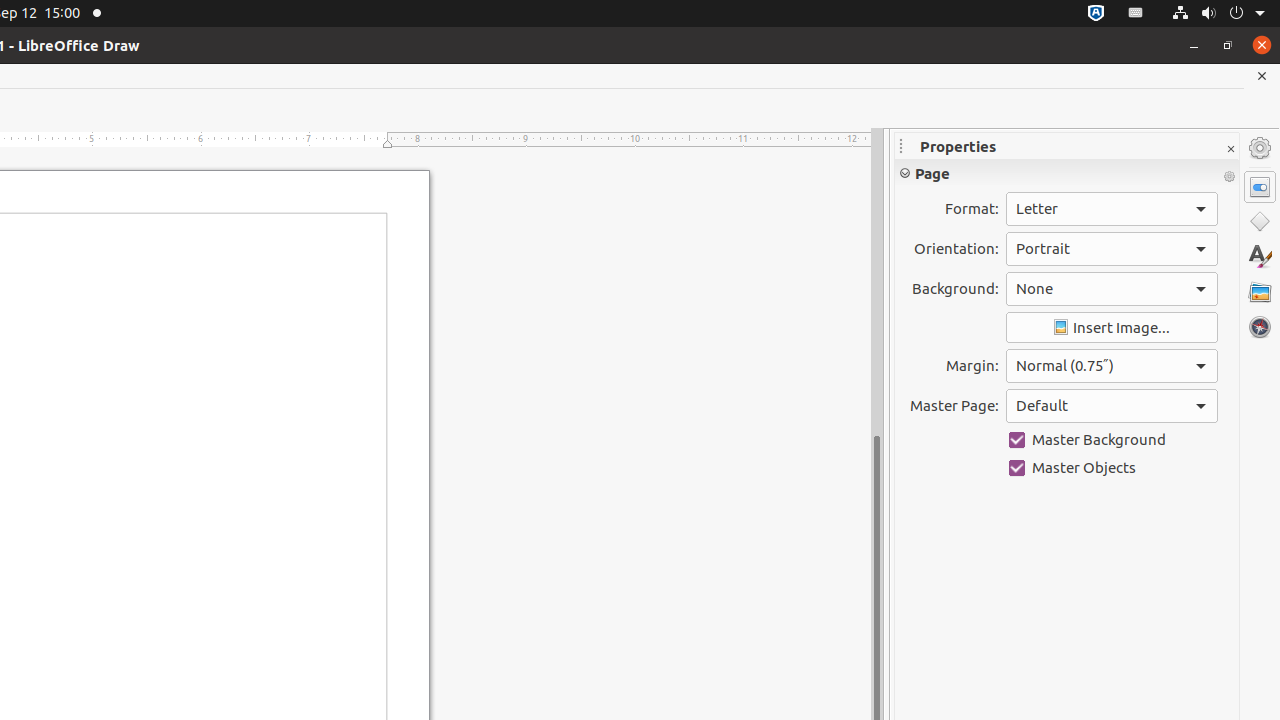 The width and height of the screenshot is (1280, 720). What do you see at coordinates (1110, 209) in the screenshot?
I see `'Format:'` at bounding box center [1110, 209].